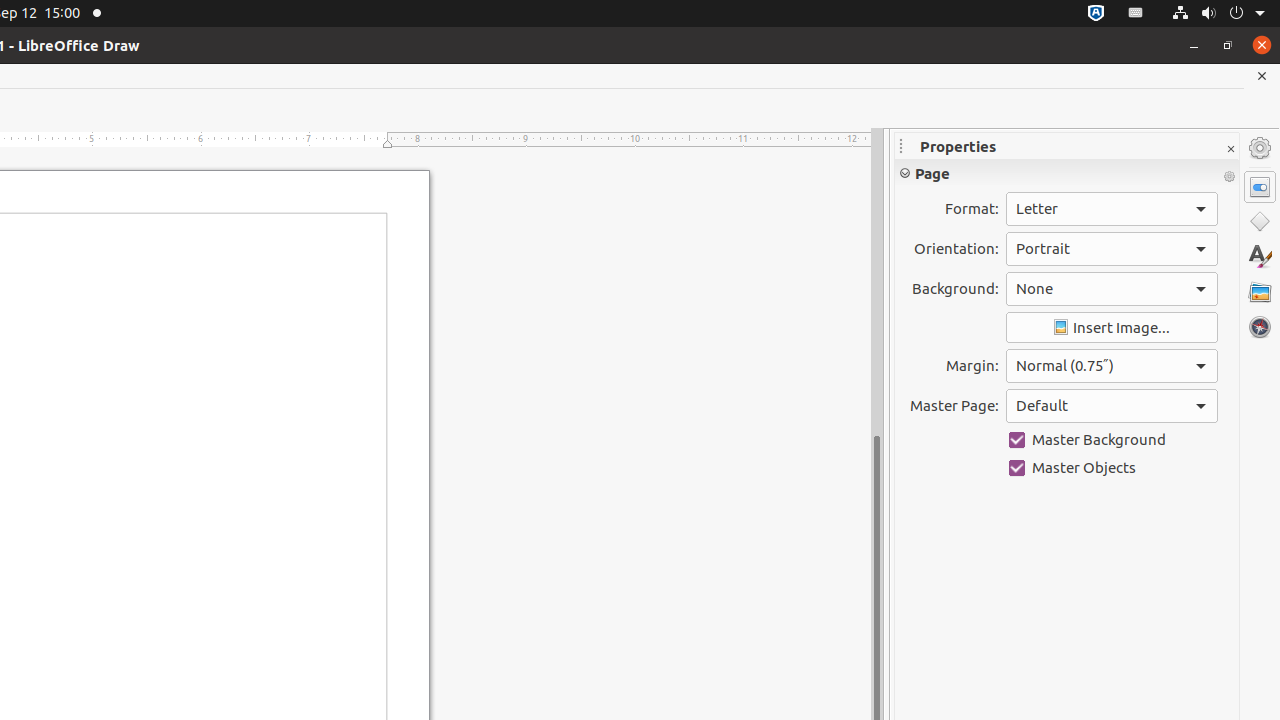 The width and height of the screenshot is (1280, 720). What do you see at coordinates (1110, 209) in the screenshot?
I see `'Format:'` at bounding box center [1110, 209].